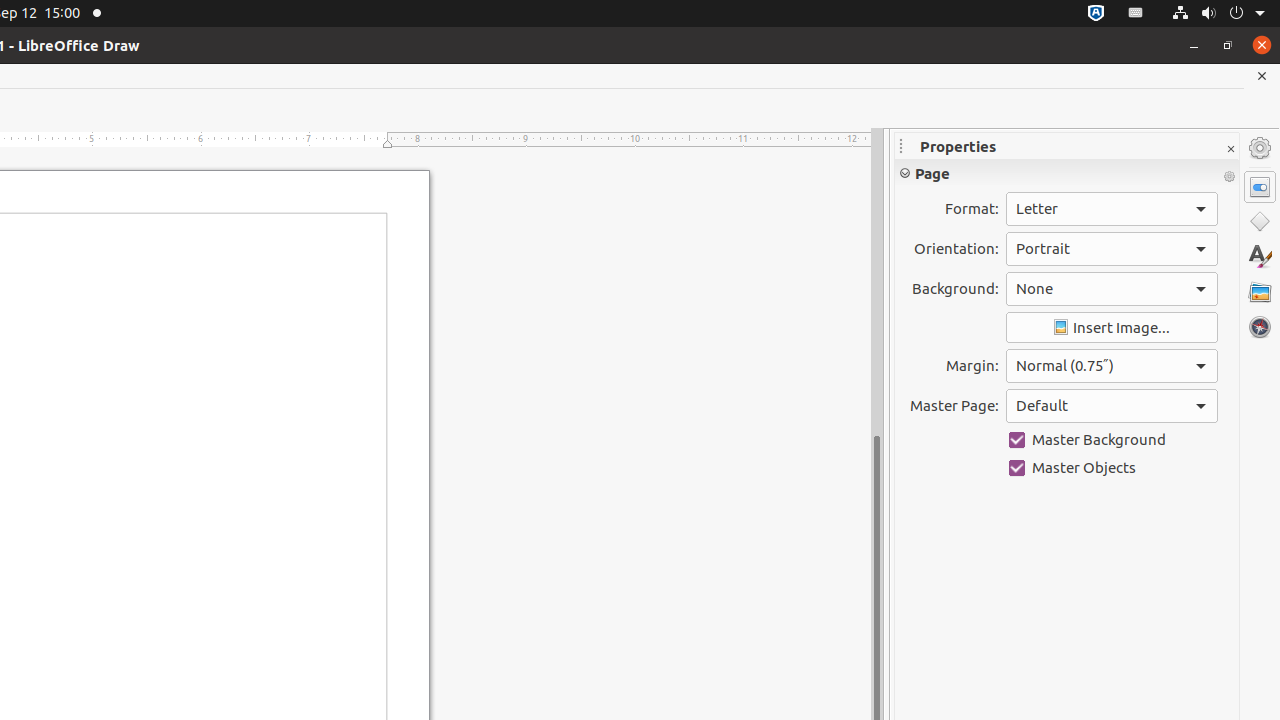 The width and height of the screenshot is (1280, 720). What do you see at coordinates (1110, 209) in the screenshot?
I see `'Format:'` at bounding box center [1110, 209].